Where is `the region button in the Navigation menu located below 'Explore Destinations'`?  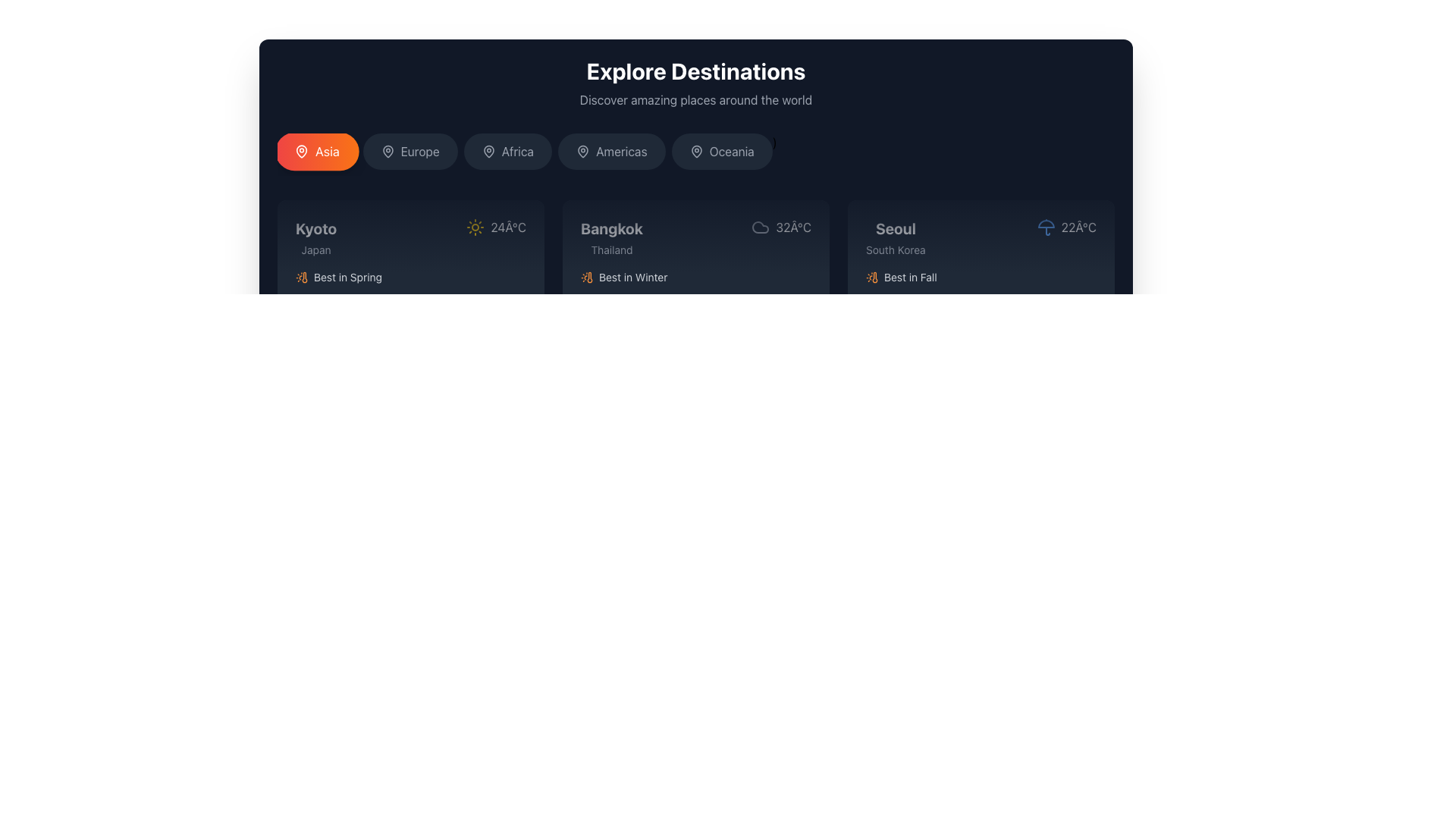
the region button in the Navigation menu located below 'Explore Destinations' is located at coordinates (695, 155).